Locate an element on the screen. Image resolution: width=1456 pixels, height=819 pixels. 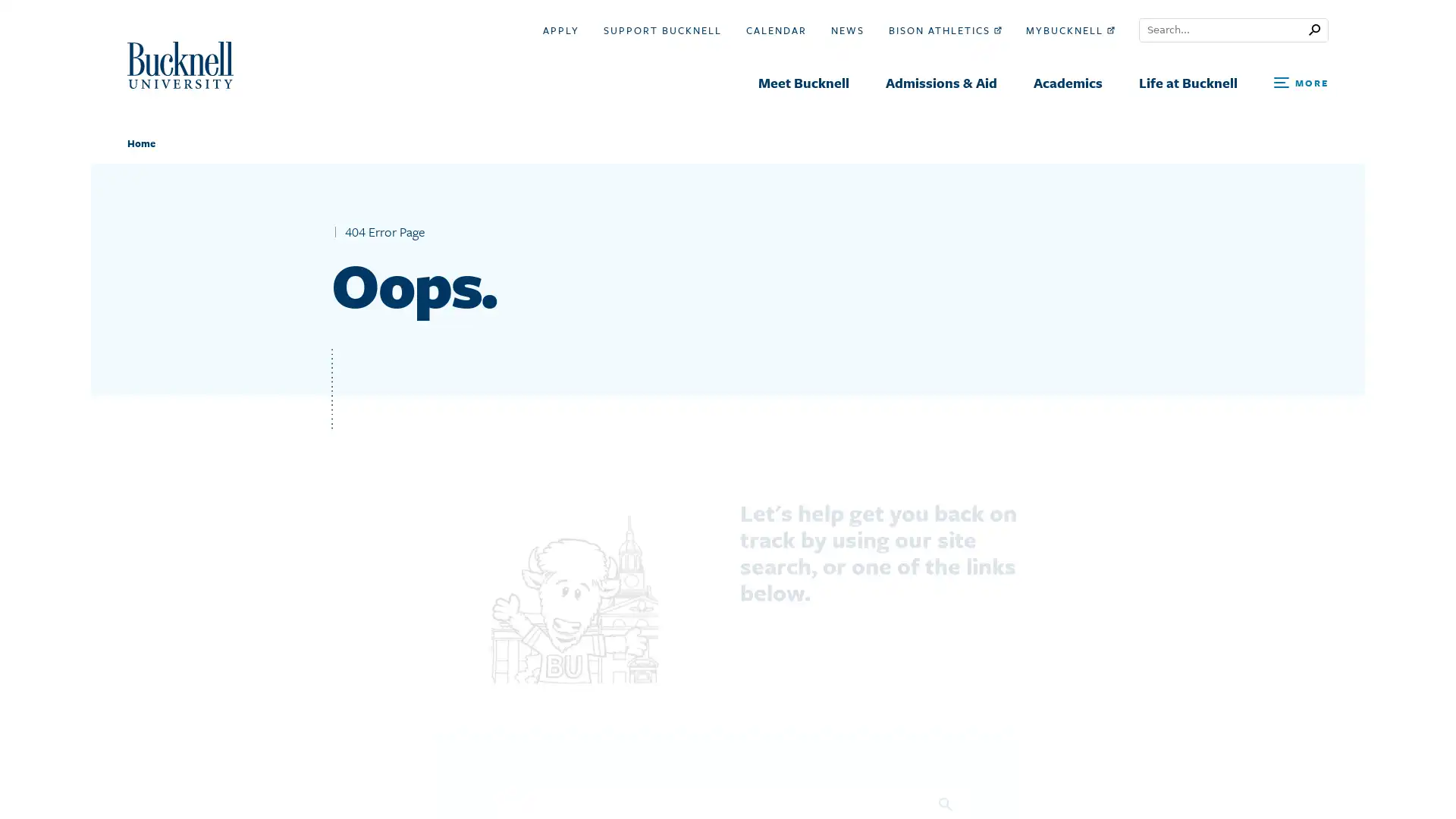
Open Search and Additional Links is located at coordinates (1301, 83).